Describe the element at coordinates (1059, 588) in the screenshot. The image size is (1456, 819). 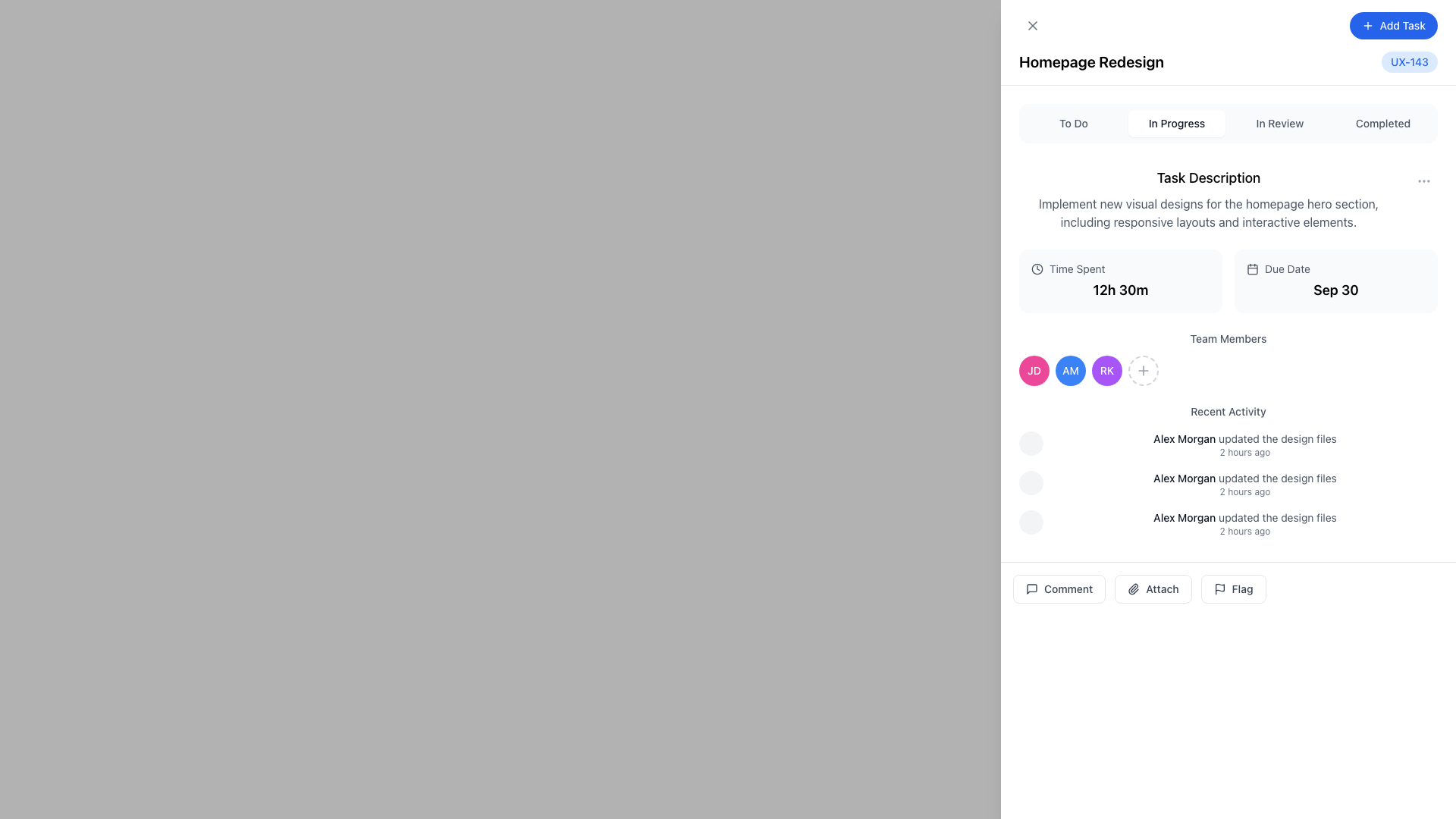
I see `the keyboard interaction on the first button in the horizontal group located under the 'Recent Activity' list` at that location.